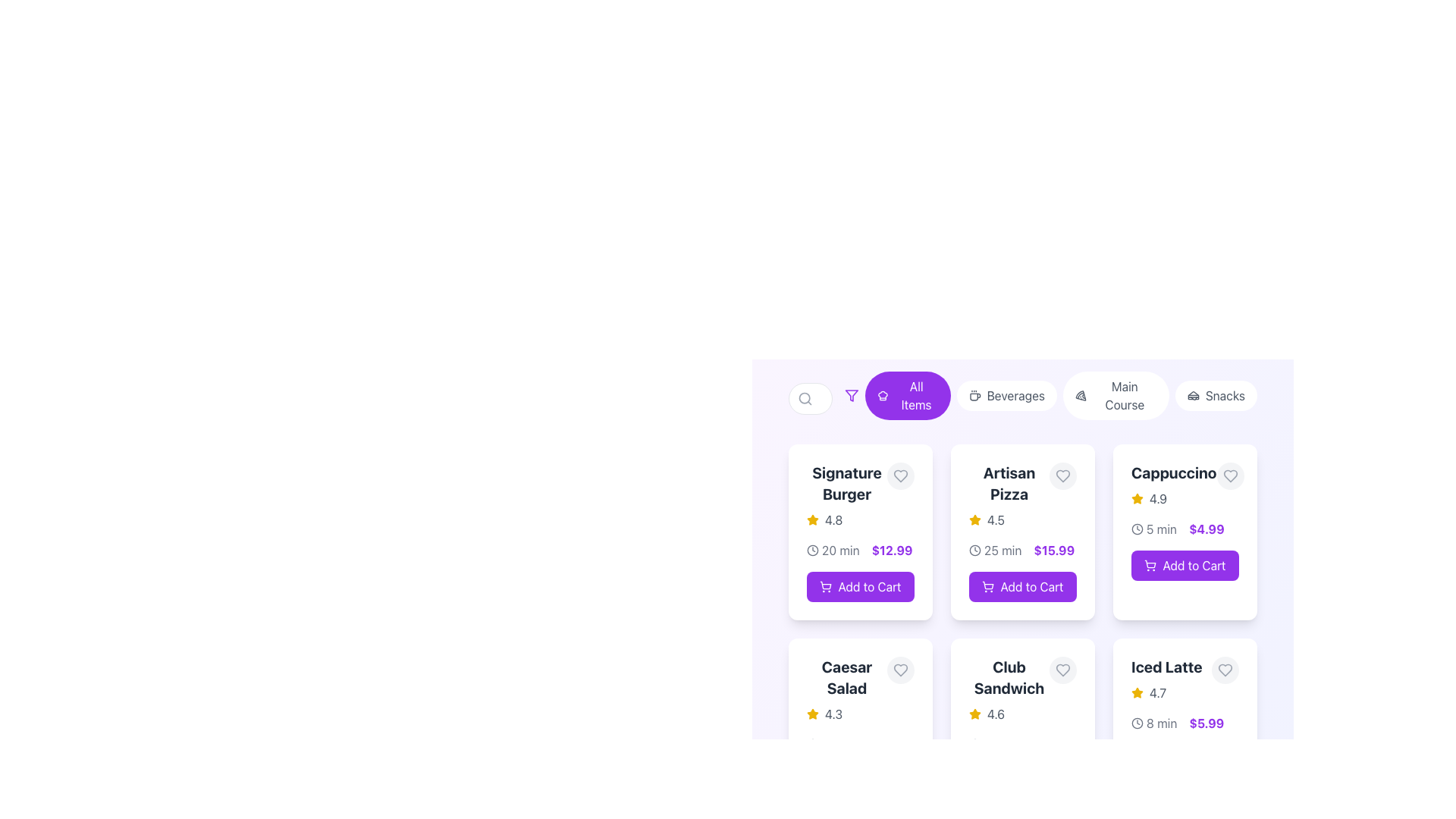  I want to click on the heart icon located at the top-right corner of the 'Cappuccino' product card to mark the item as favorite, so click(1230, 475).